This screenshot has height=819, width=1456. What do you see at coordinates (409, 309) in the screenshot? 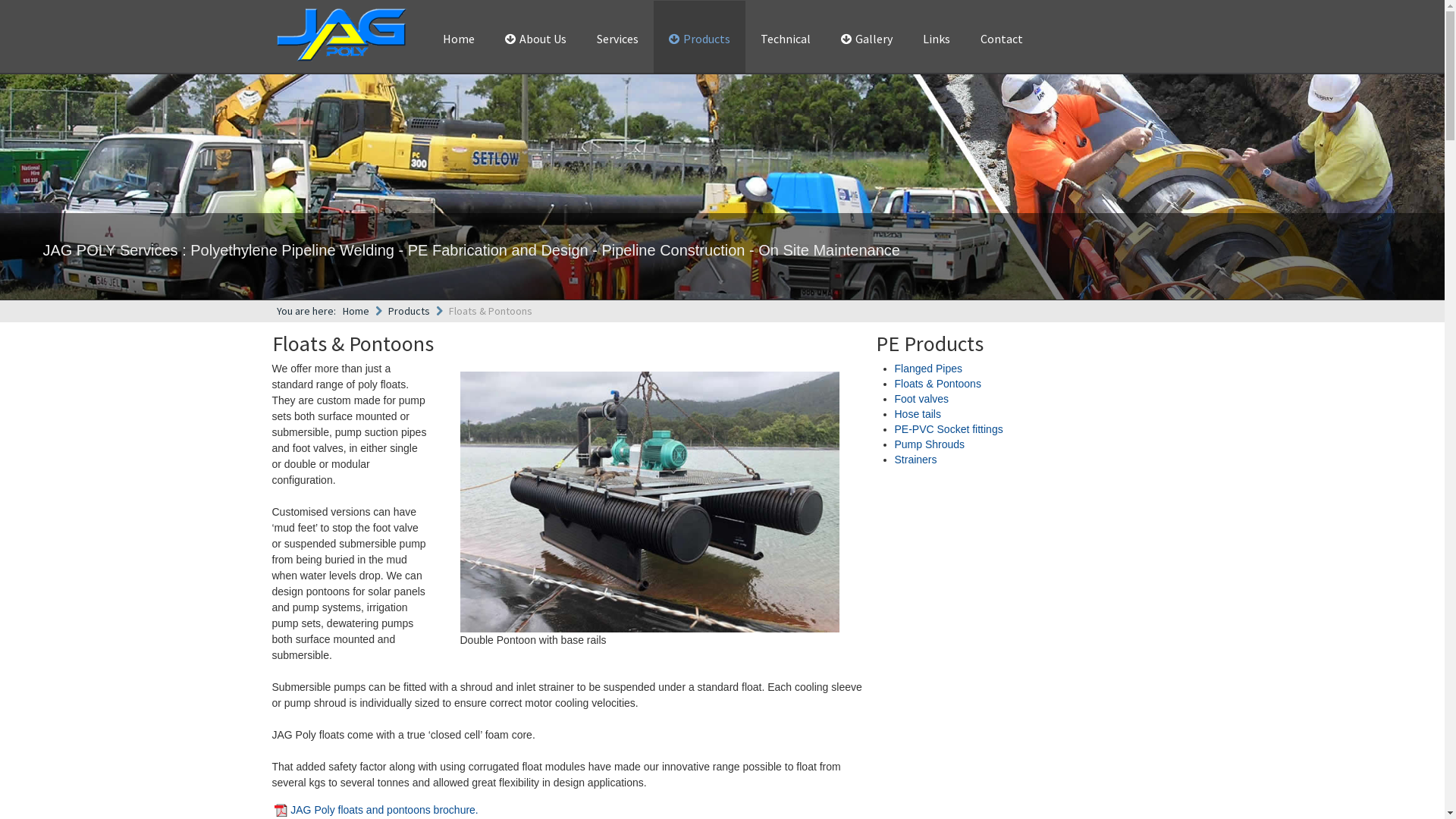
I see `'Products'` at bounding box center [409, 309].